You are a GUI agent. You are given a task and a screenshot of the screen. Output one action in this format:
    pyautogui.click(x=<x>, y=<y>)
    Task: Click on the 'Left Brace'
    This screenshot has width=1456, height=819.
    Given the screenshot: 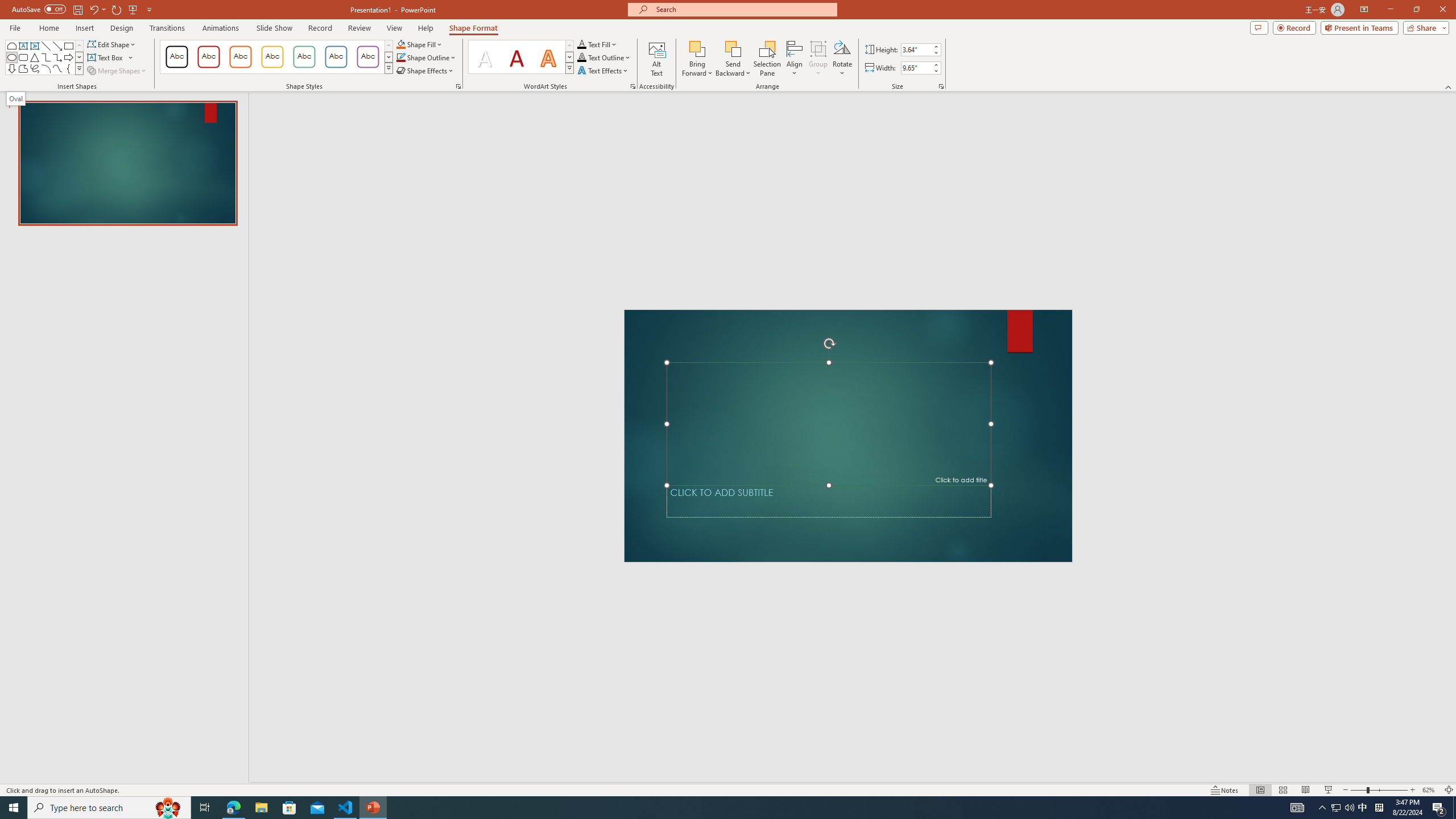 What is the action you would take?
    pyautogui.click(x=68, y=68)
    